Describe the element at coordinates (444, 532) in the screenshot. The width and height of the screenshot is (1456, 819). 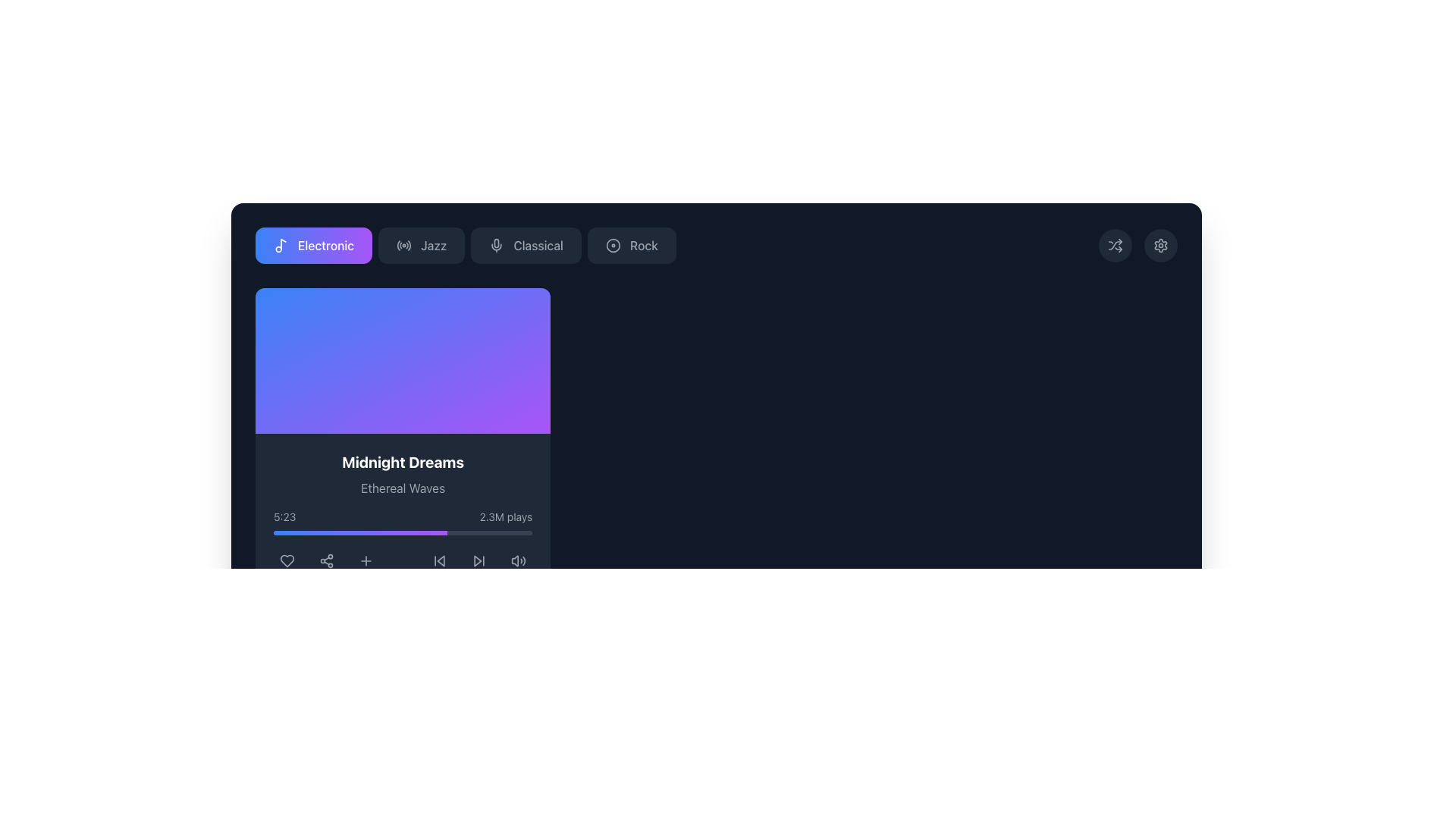
I see `the slider value` at that location.